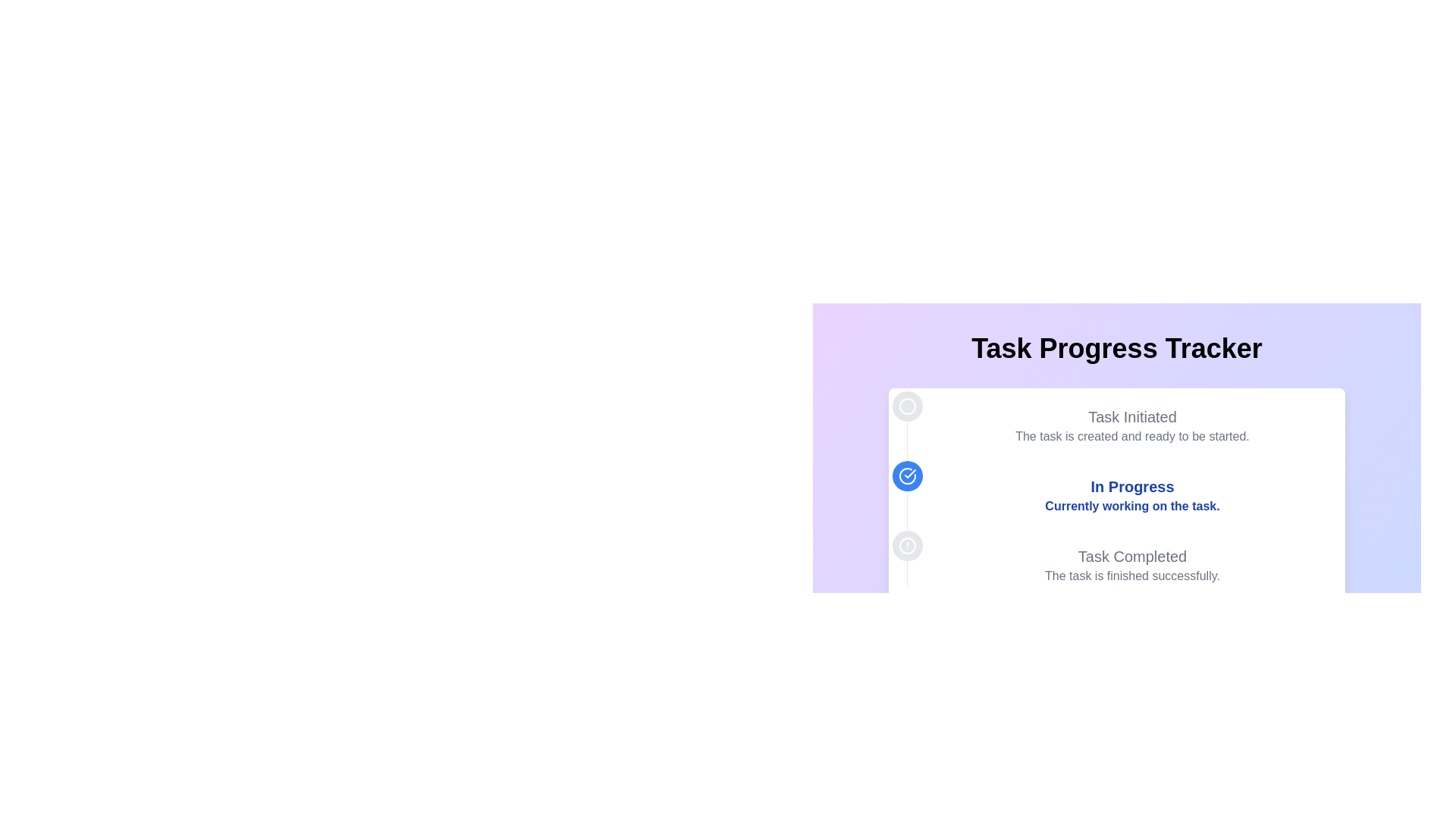  Describe the element at coordinates (908, 475) in the screenshot. I see `the circular blue icon with a white checkmark, located to the left of the 'In Progress' text block in the timeline` at that location.